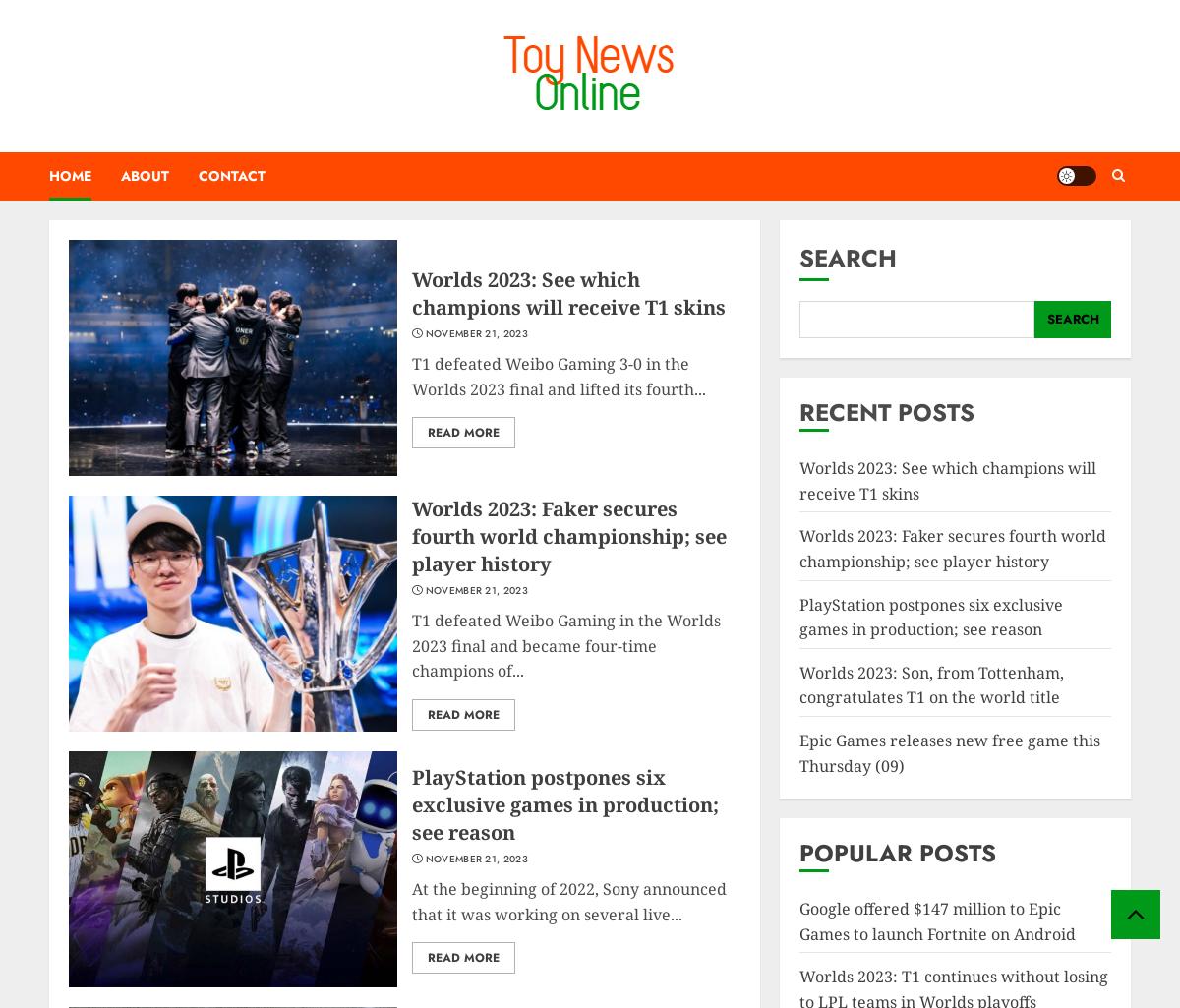 The width and height of the screenshot is (1180, 1008). What do you see at coordinates (887, 411) in the screenshot?
I see `'Recent Posts'` at bounding box center [887, 411].